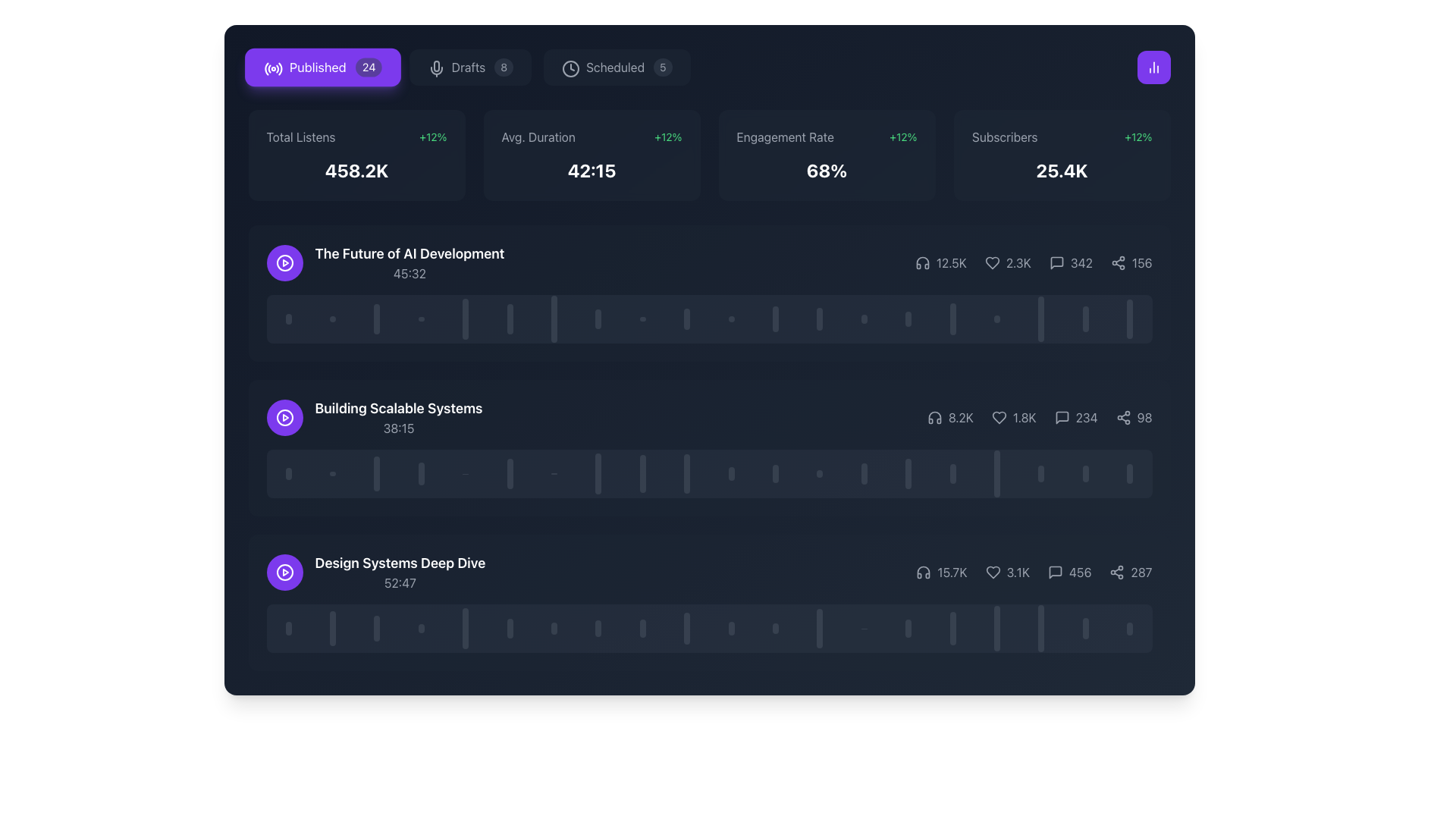 This screenshot has height=819, width=1456. Describe the element at coordinates (997, 472) in the screenshot. I see `the 18th vertical bar with rounded ends and gray color in the lower portion of the second content section` at that location.